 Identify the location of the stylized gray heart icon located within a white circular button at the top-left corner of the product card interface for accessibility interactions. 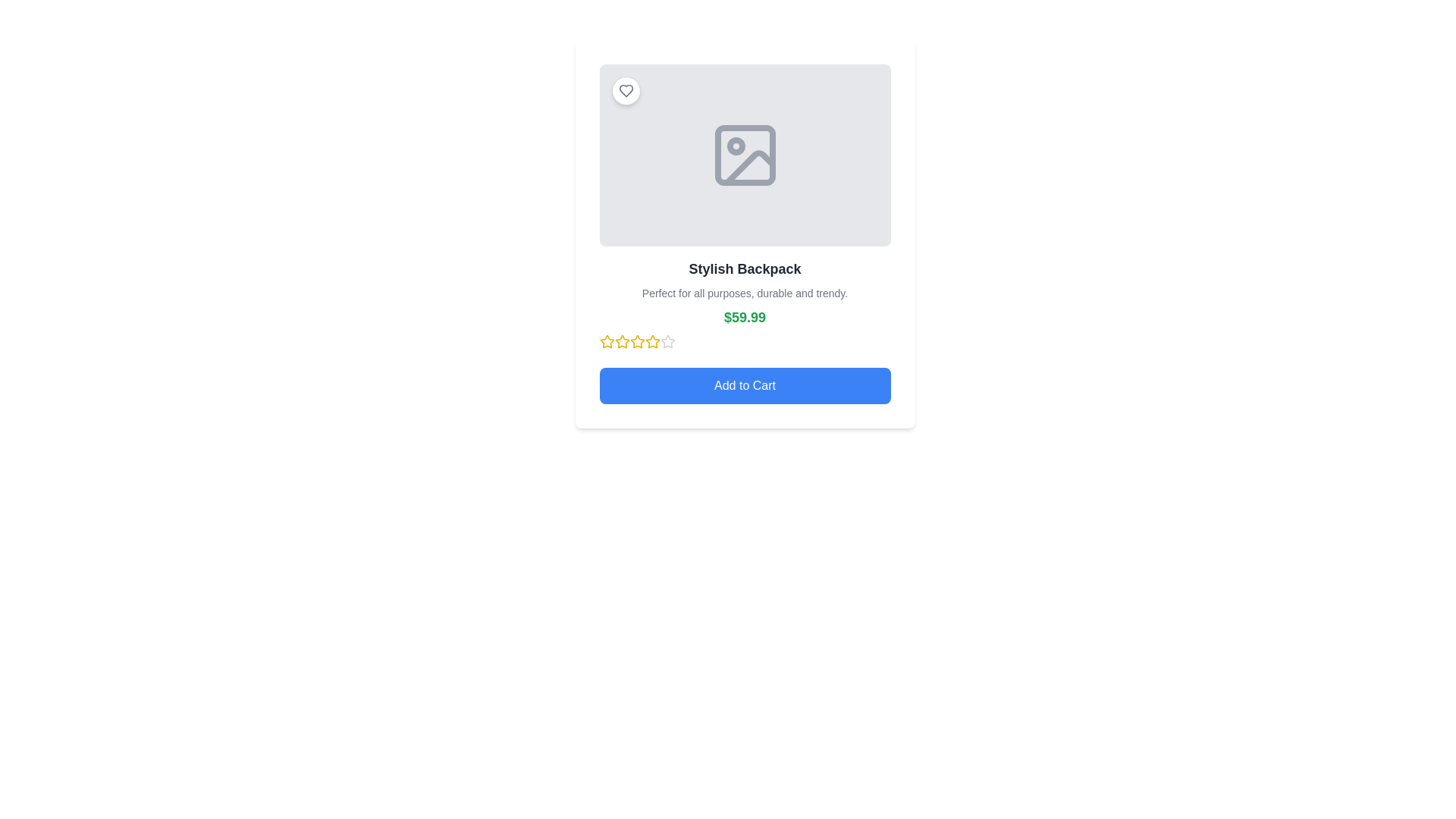
(626, 90).